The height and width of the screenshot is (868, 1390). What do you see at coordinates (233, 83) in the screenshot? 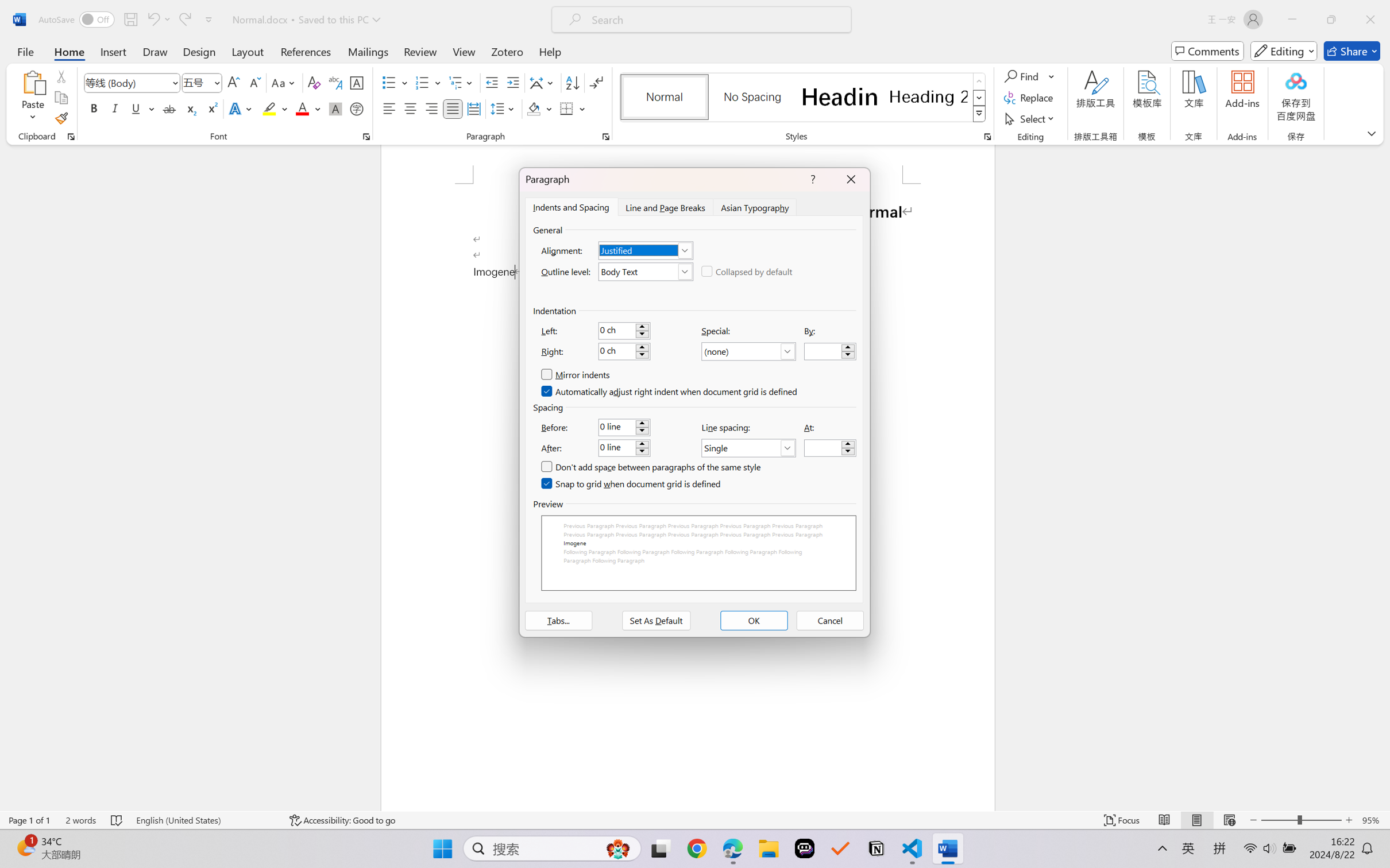
I see `'Grow Font'` at bounding box center [233, 83].